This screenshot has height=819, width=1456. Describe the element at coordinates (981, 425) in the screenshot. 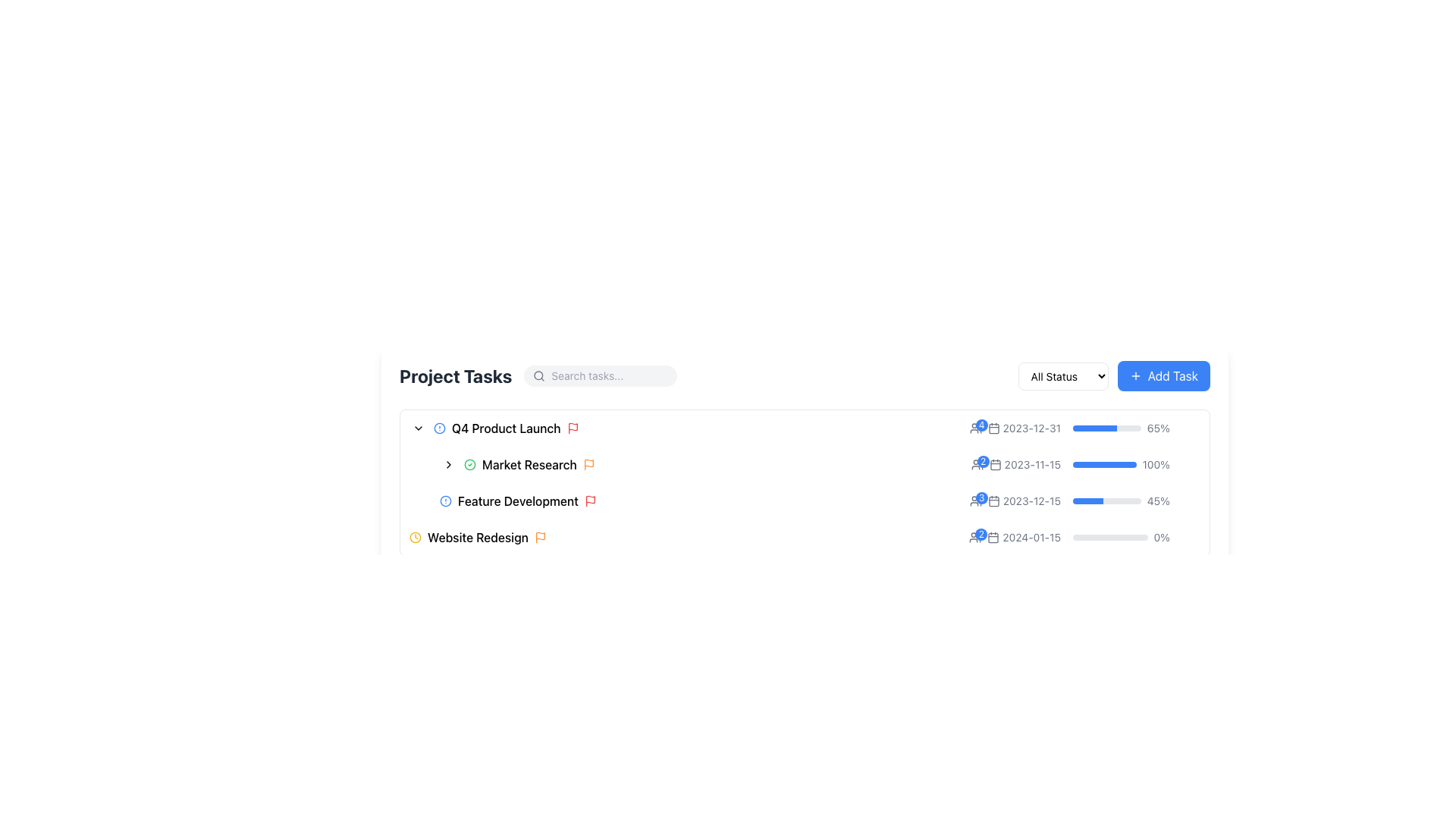

I see `the badge indicating the count of users or items associated with a task, located at the upper-right corner of the grouped users icon in the task information table` at that location.